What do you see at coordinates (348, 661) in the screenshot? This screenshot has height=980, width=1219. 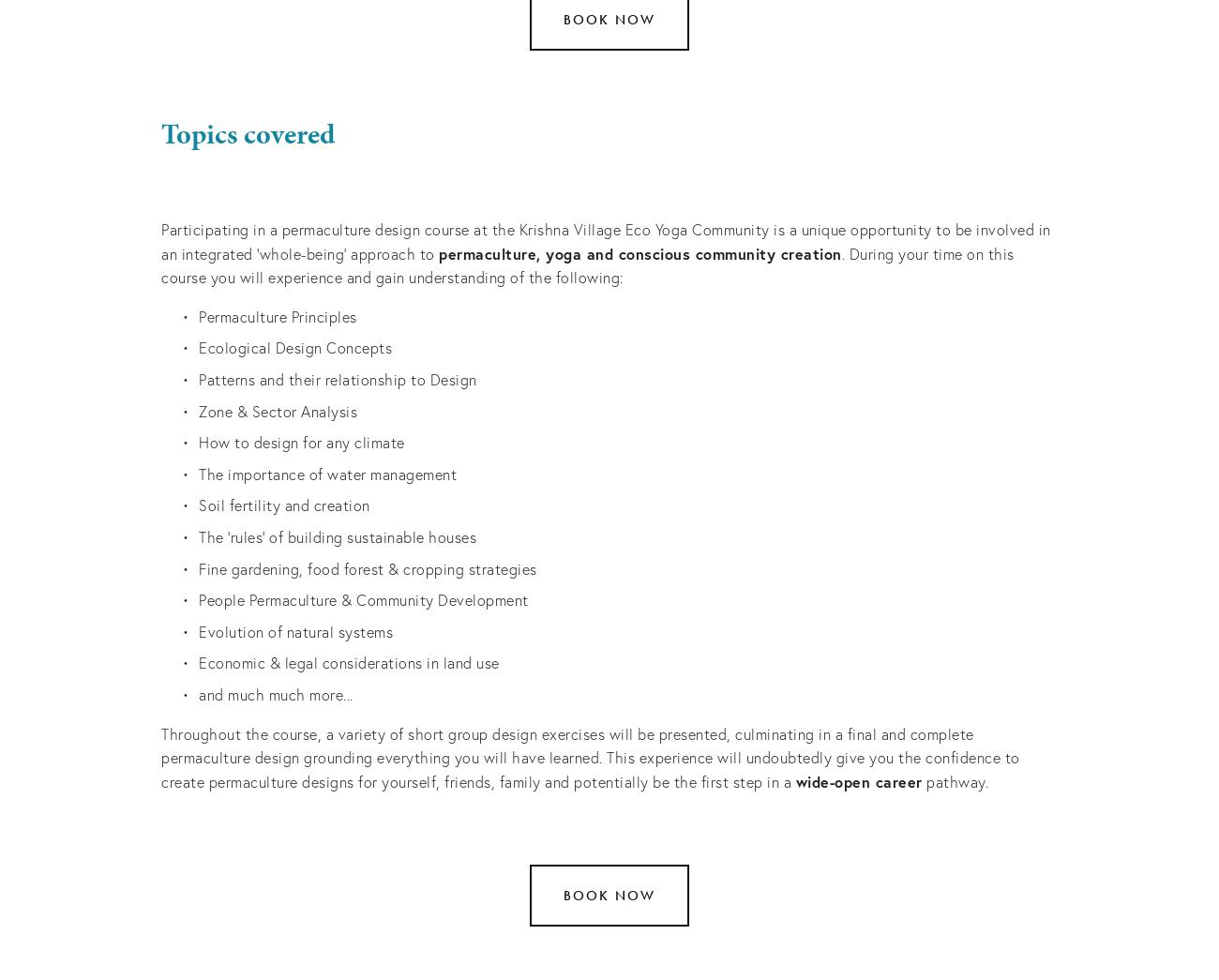 I see `'Economic & legal considerations in land use'` at bounding box center [348, 661].